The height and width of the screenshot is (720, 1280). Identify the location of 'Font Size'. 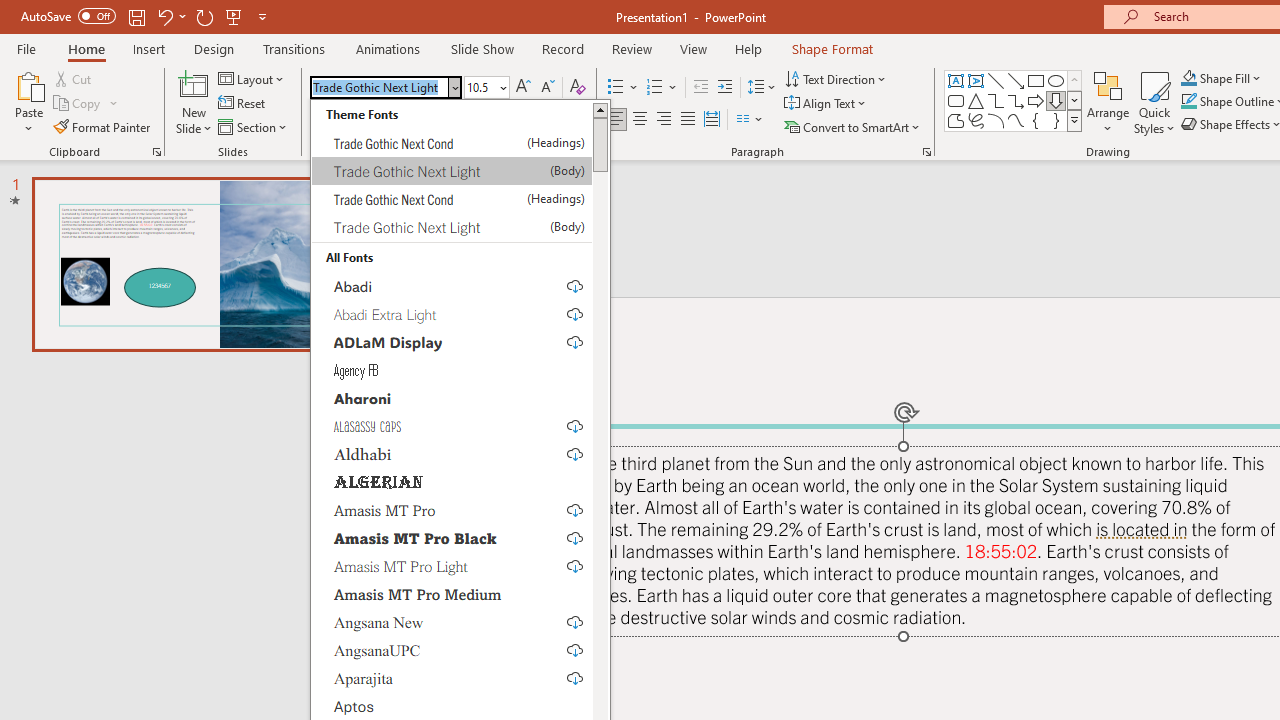
(480, 86).